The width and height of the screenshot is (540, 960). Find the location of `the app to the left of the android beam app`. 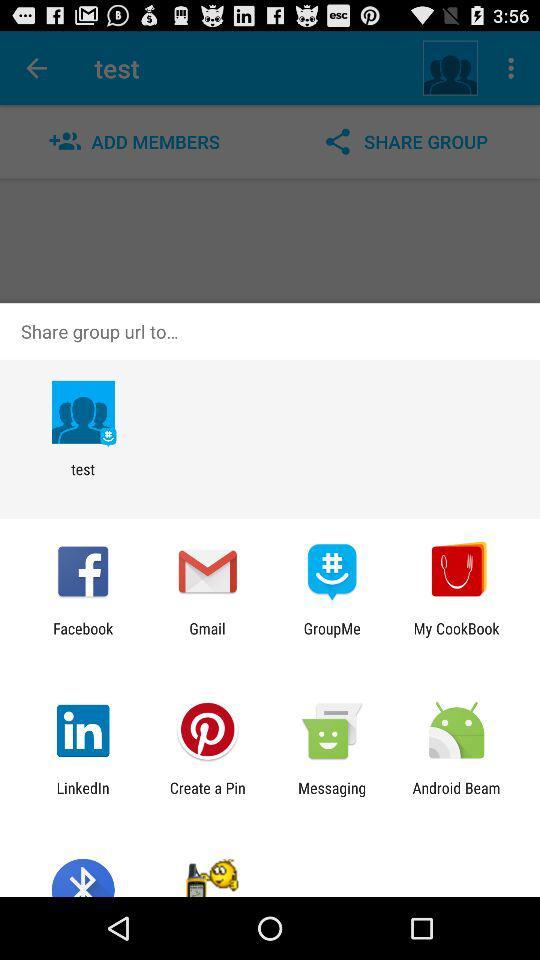

the app to the left of the android beam app is located at coordinates (332, 796).